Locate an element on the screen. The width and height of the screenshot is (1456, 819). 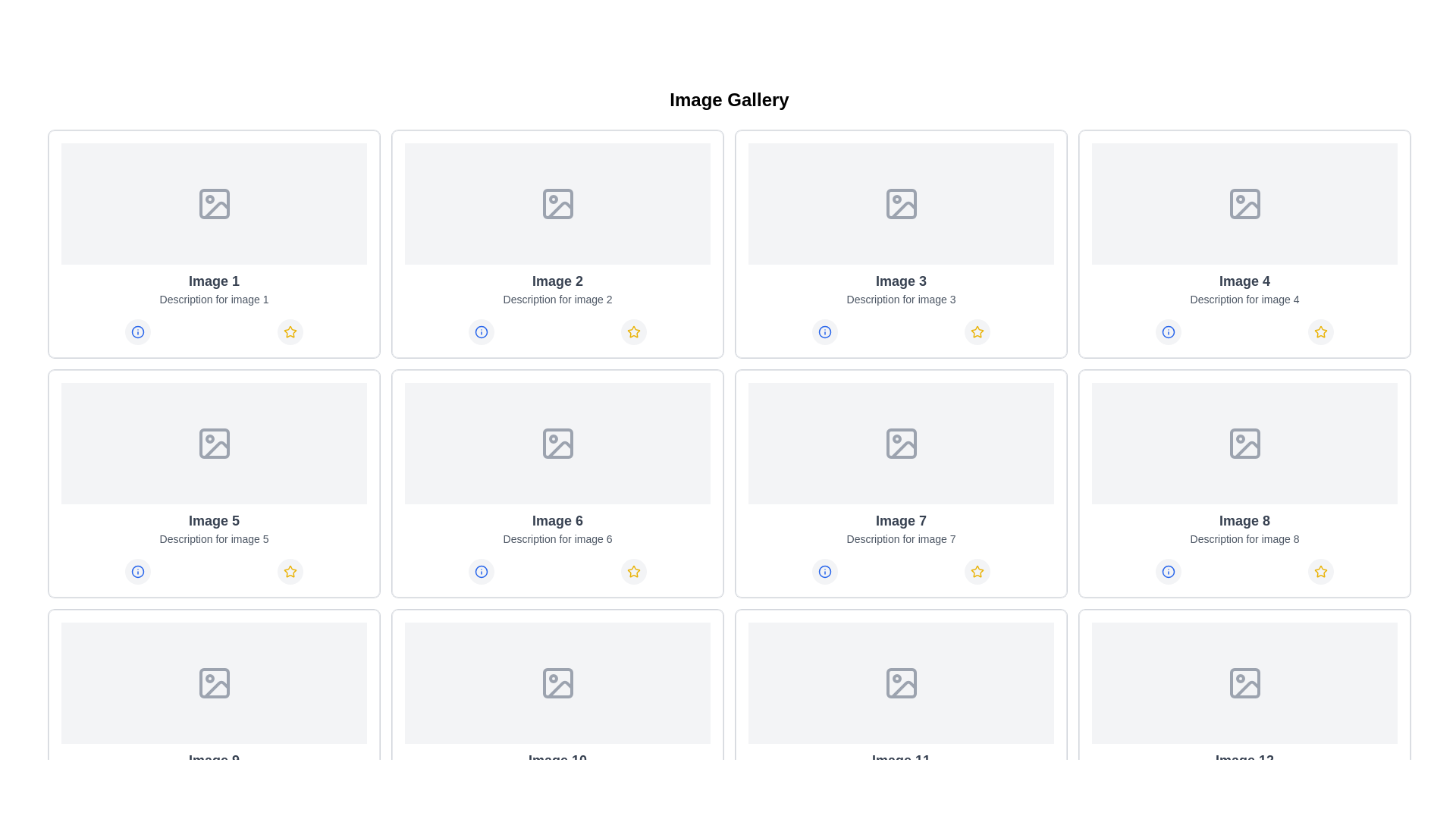
the star icon button located at the bottom-right corner of the third image card in the top row of the grid is located at coordinates (977, 331).